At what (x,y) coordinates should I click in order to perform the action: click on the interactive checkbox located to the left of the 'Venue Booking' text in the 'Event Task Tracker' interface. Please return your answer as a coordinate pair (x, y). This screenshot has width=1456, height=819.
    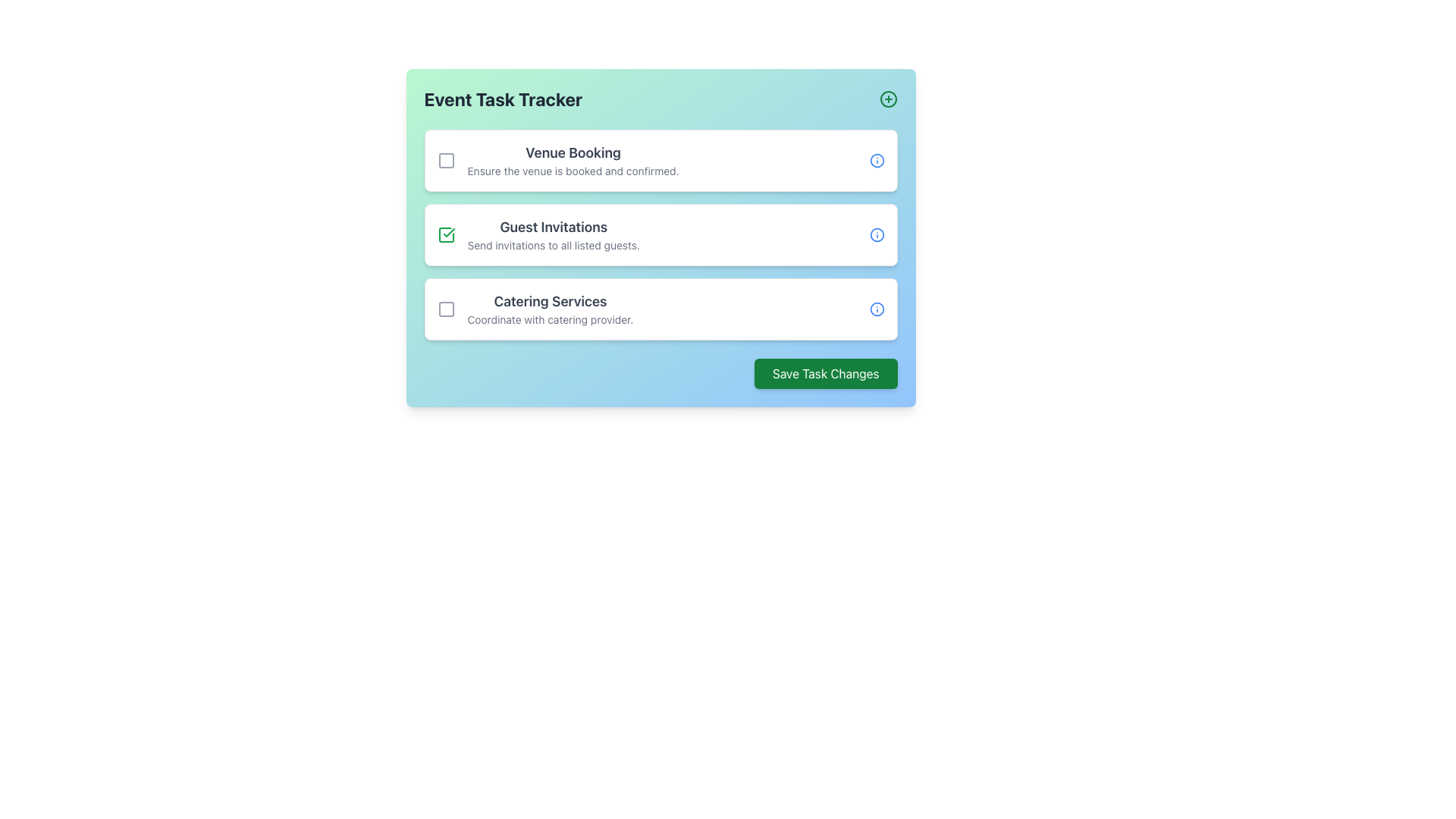
    Looking at the image, I should click on (445, 161).